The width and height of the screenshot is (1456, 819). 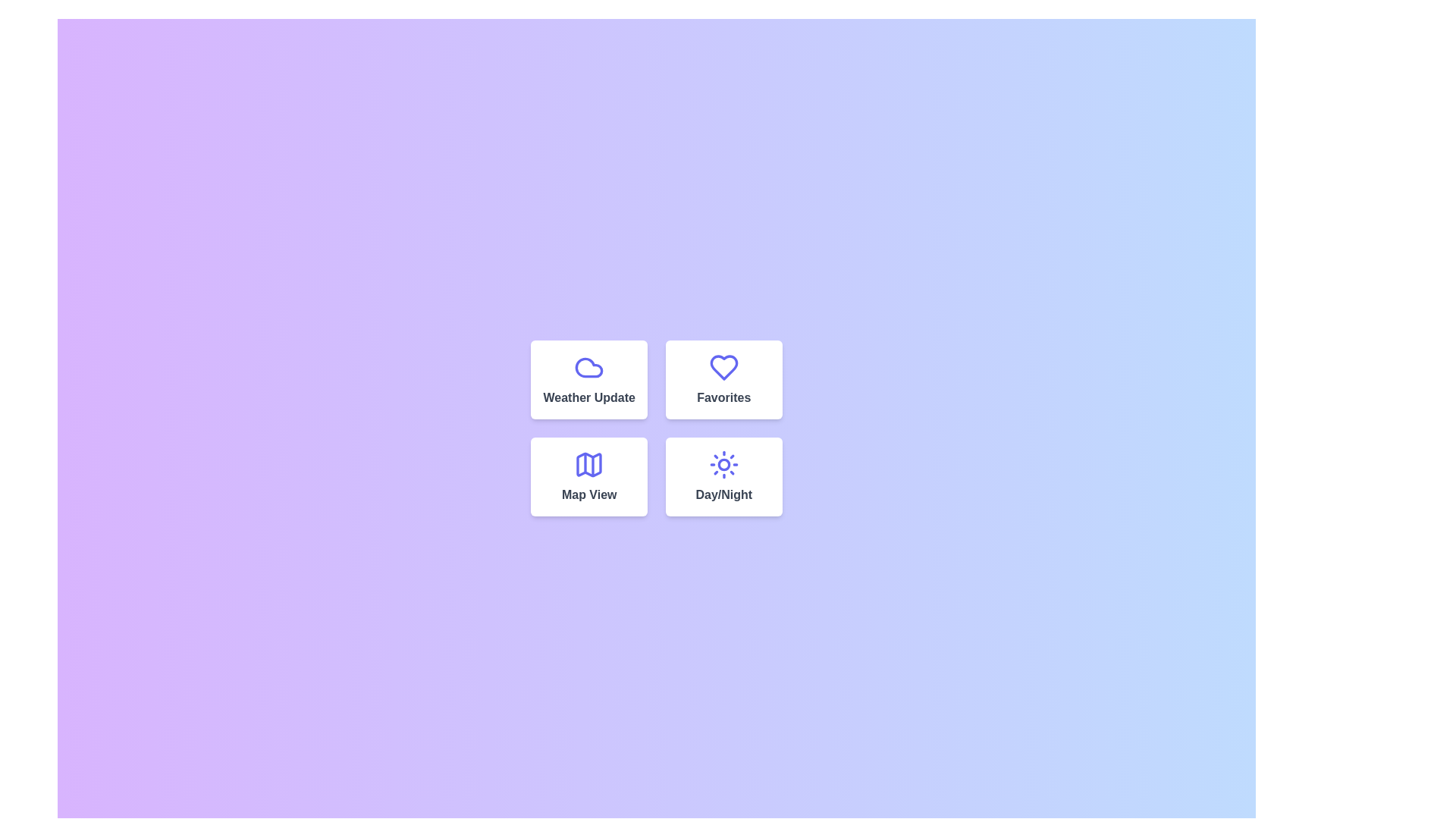 What do you see at coordinates (588, 368) in the screenshot?
I see `the indigo cloud icon located in the 'Weather Update' group at the top-left of the grid` at bounding box center [588, 368].